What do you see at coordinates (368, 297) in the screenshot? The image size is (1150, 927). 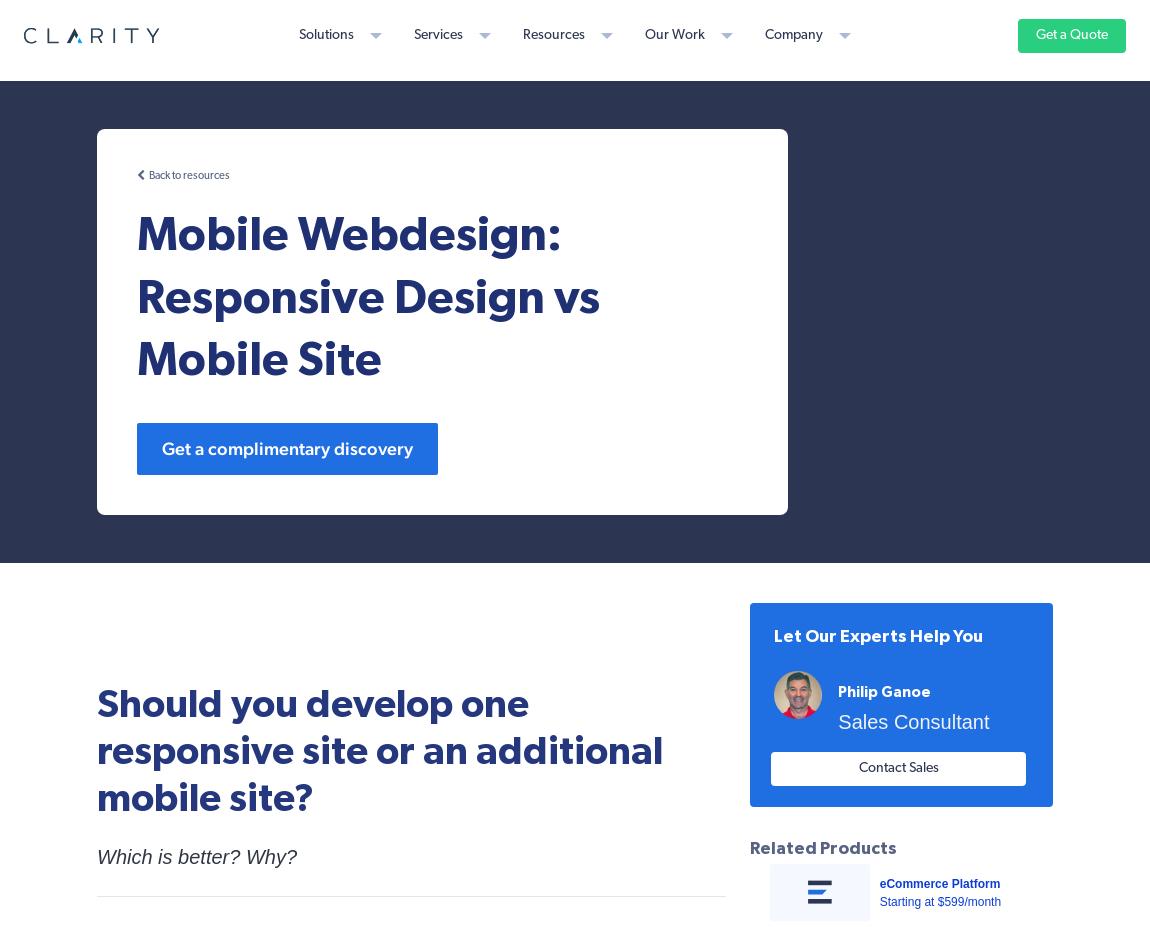 I see `'Mobile Webdesign: Responsive Design vs Mobile Site'` at bounding box center [368, 297].